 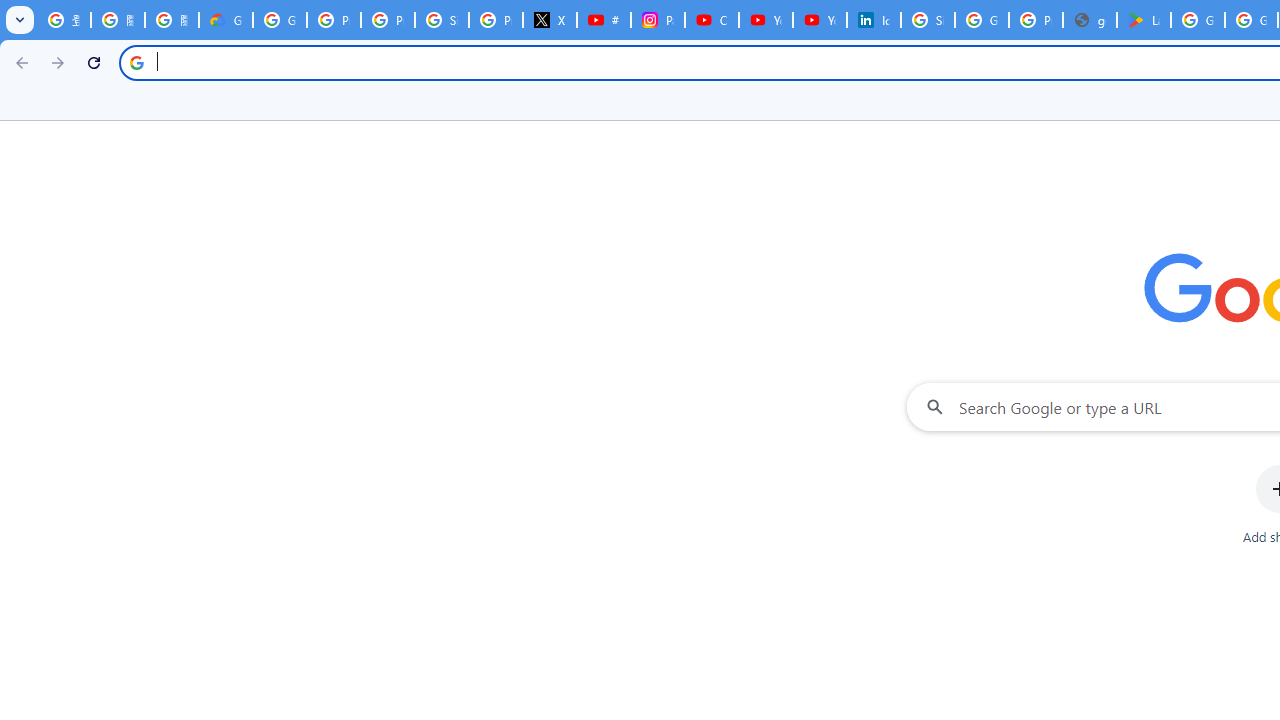 I want to click on '#nbabasketballhighlights - YouTube', so click(x=603, y=20).